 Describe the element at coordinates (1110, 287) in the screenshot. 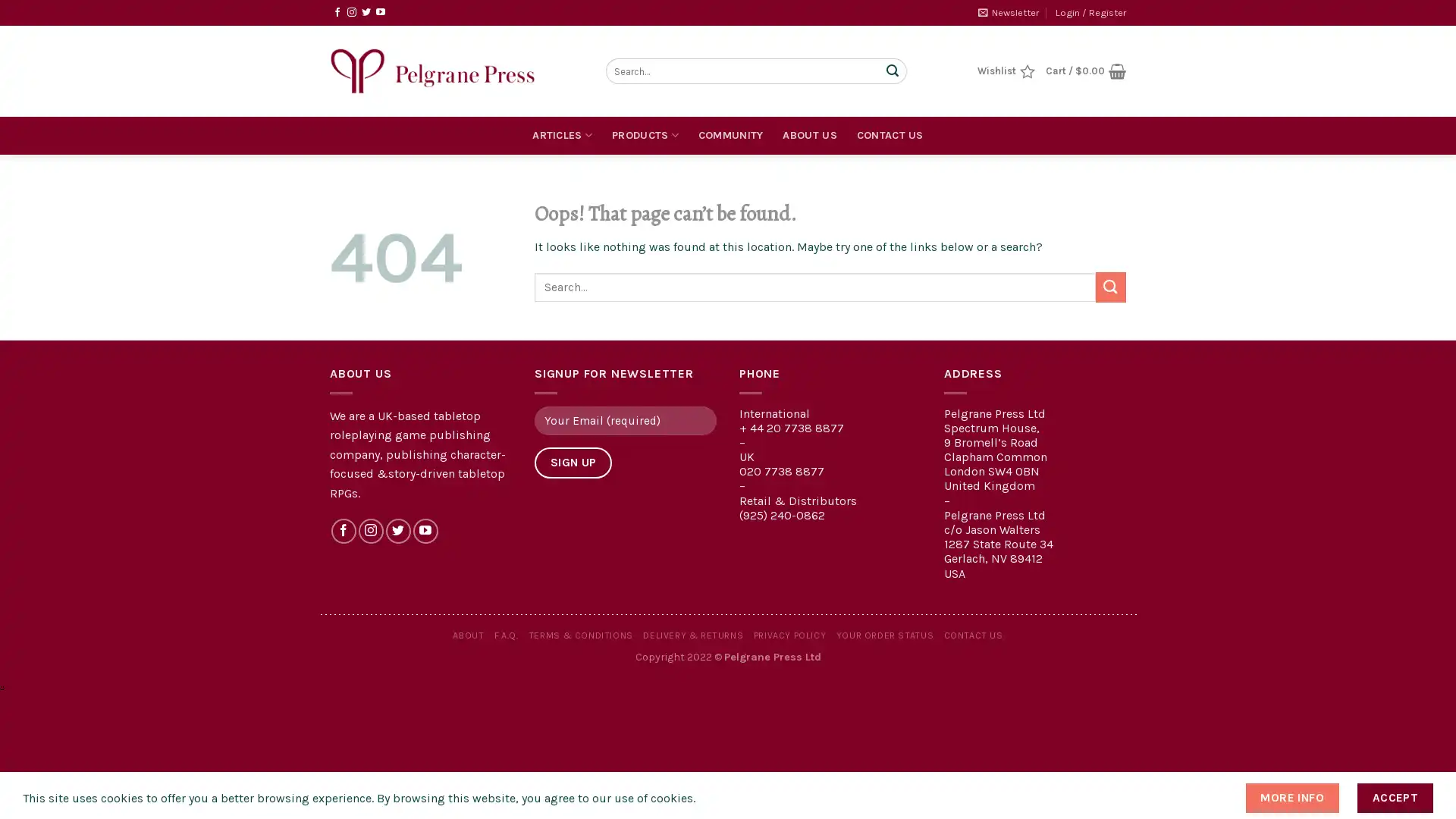

I see `Submit` at that location.